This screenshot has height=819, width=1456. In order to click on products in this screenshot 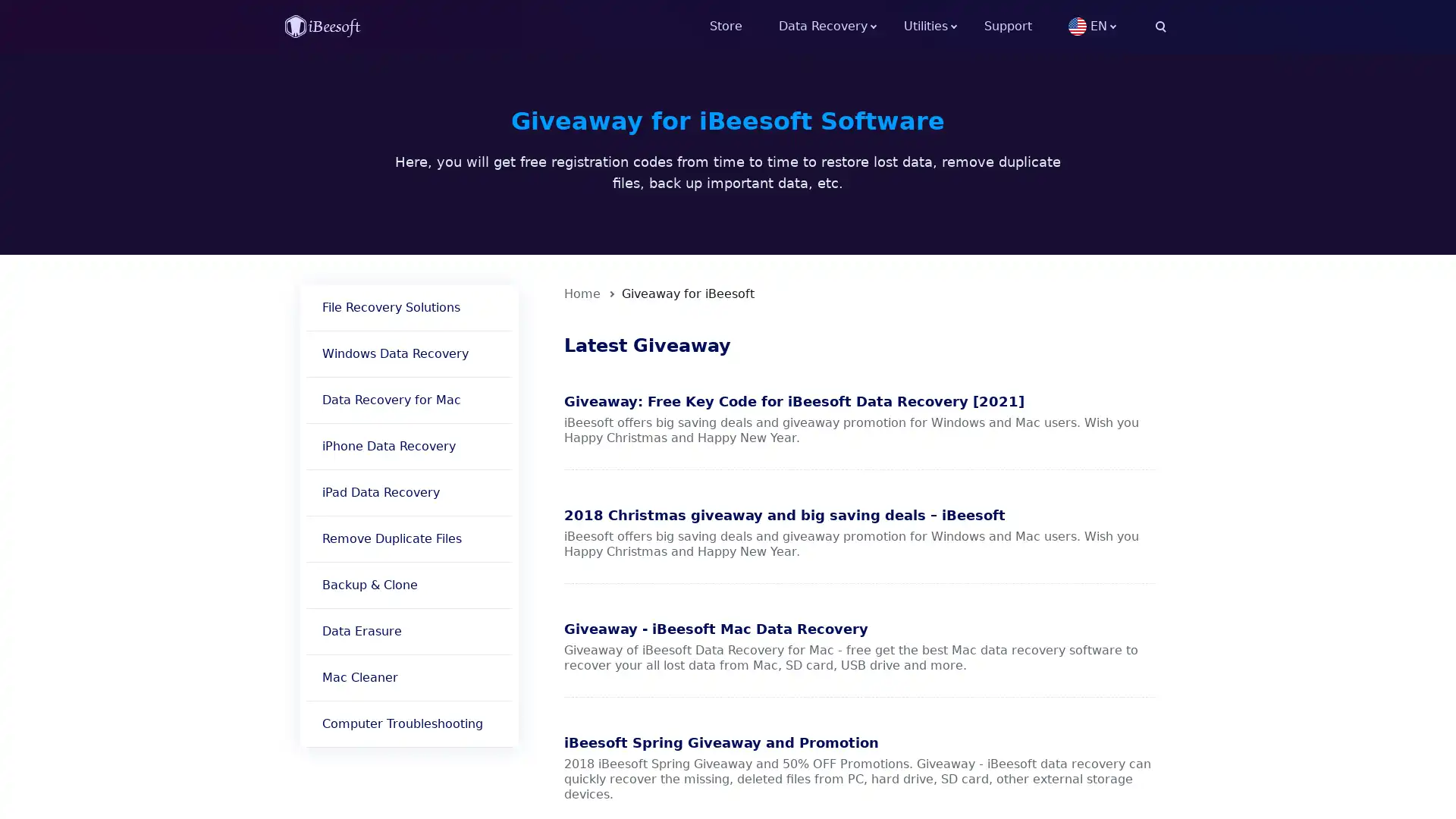, I will do `click(840, 26)`.